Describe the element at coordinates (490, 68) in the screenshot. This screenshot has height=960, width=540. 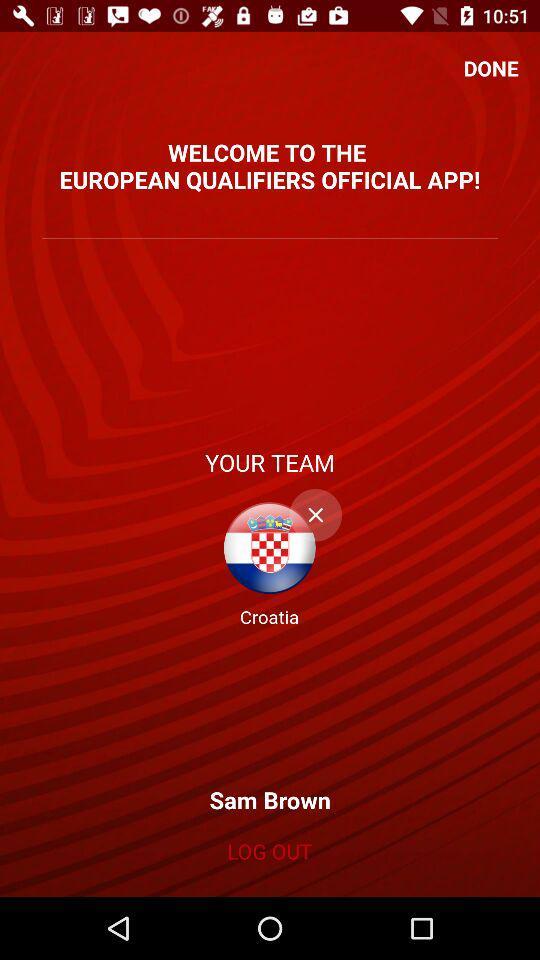
I see `done at the top right corner` at that location.